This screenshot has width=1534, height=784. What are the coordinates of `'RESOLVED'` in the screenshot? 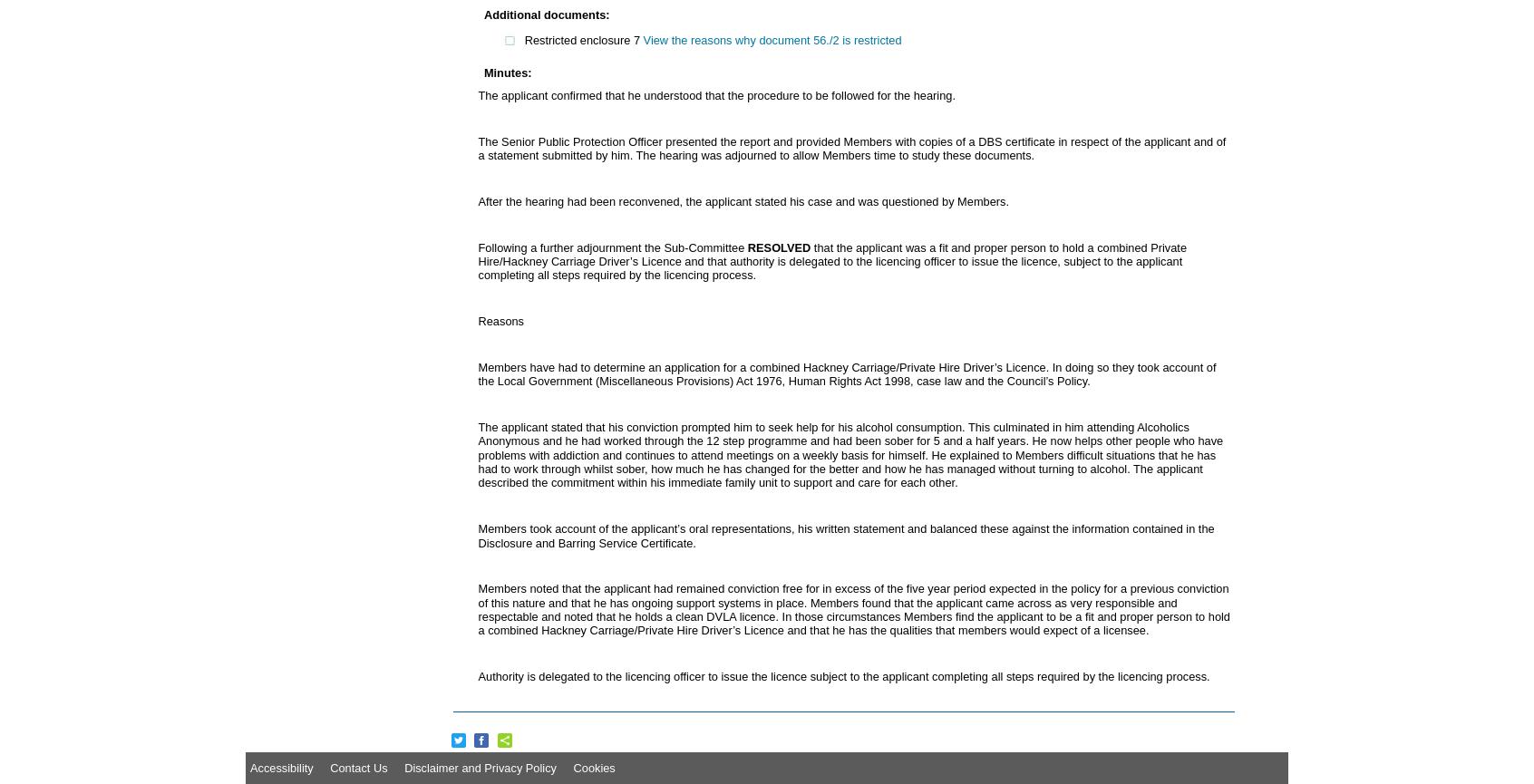 It's located at (778, 246).